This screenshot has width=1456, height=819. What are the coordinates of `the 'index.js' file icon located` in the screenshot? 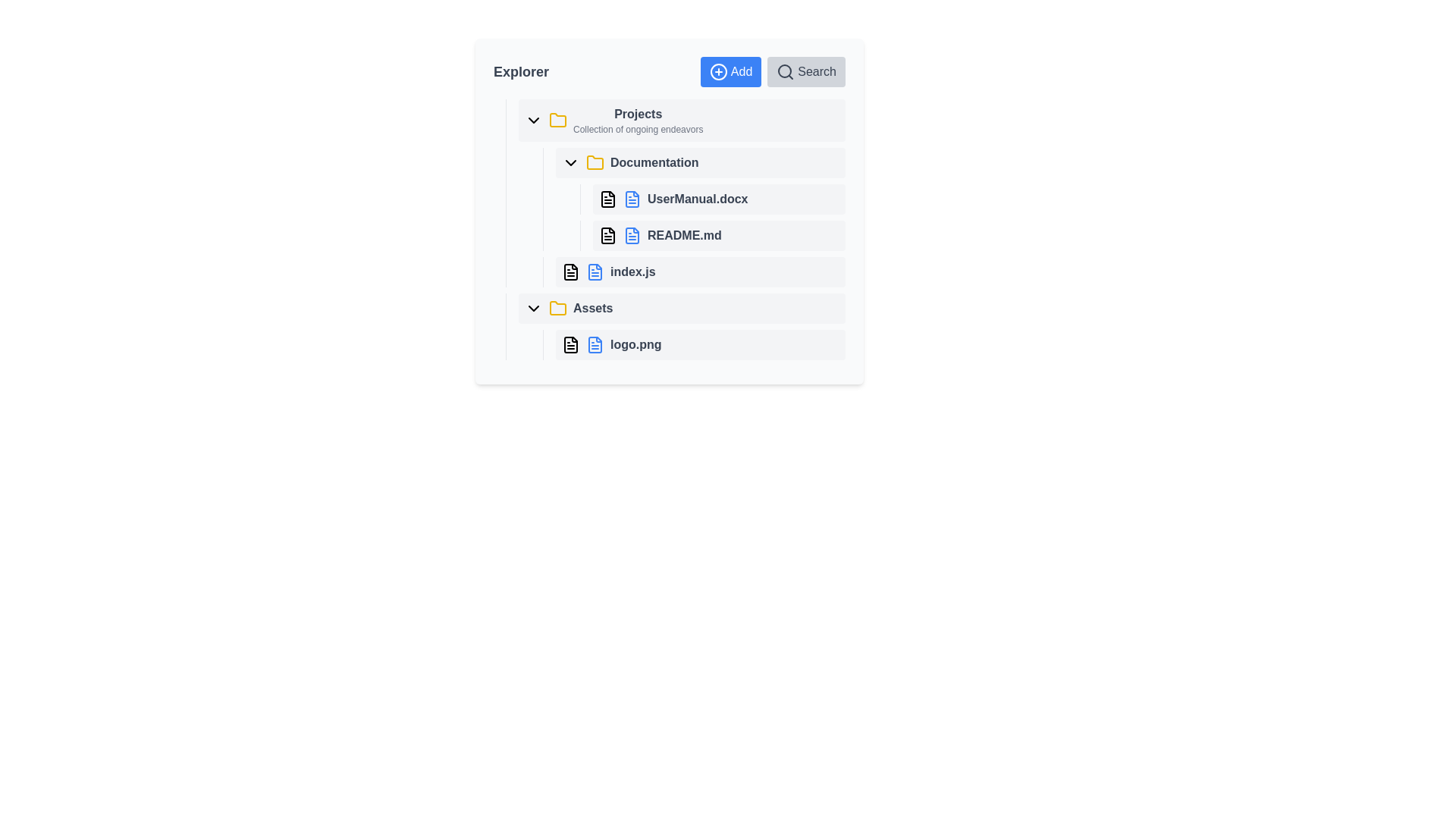 It's located at (595, 271).